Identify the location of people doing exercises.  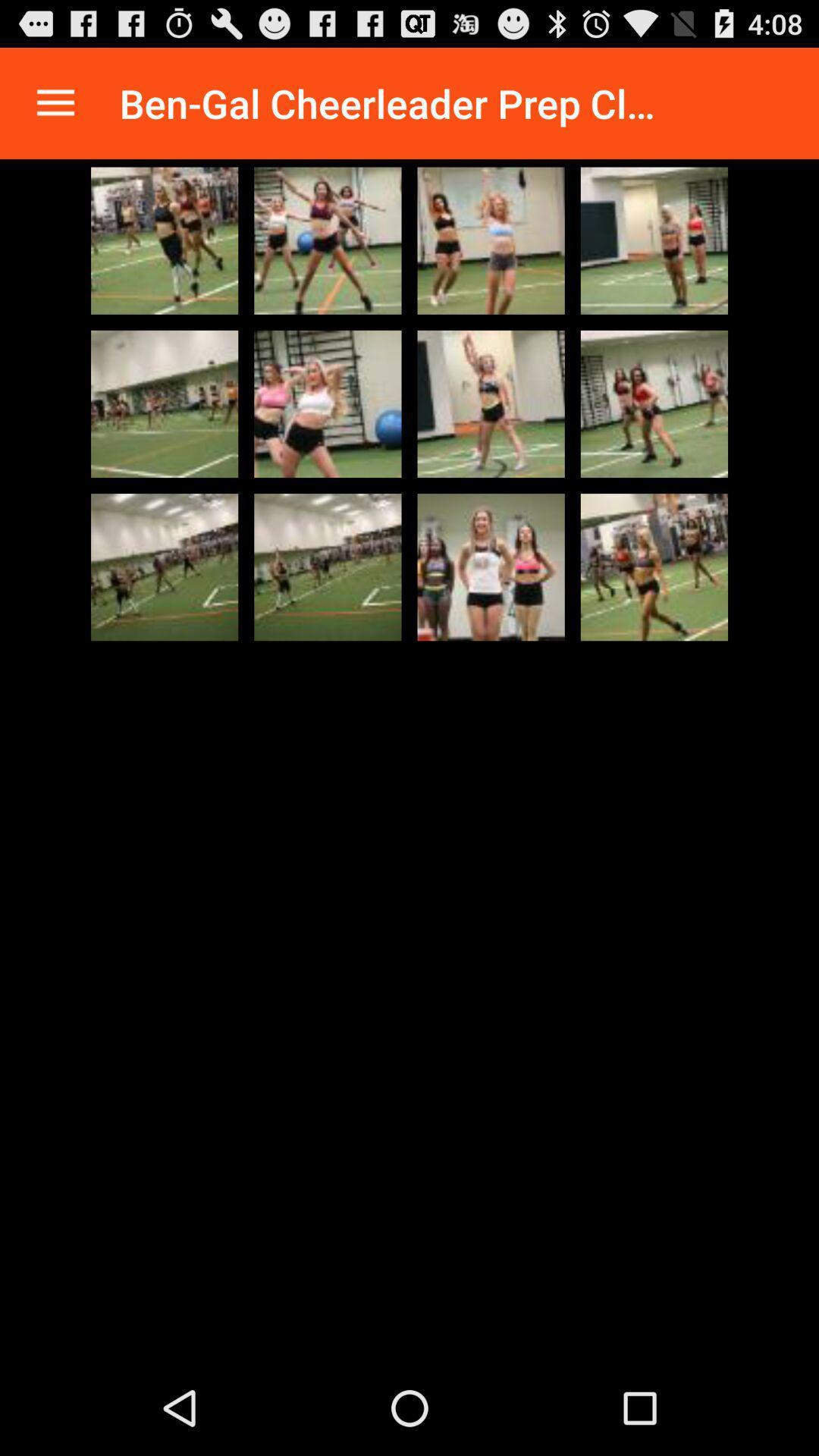
(327, 240).